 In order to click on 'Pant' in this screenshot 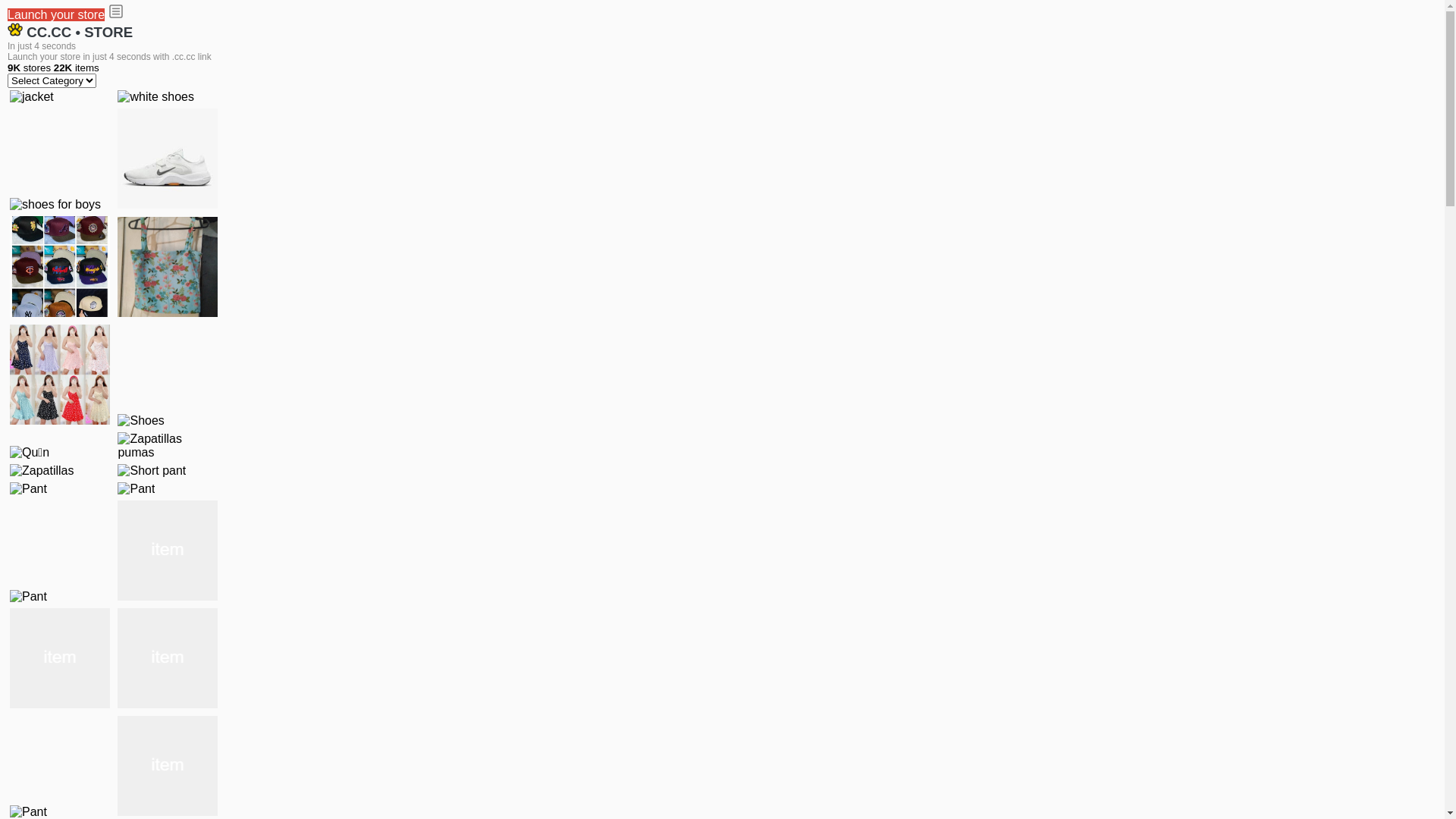, I will do `click(136, 488)`.